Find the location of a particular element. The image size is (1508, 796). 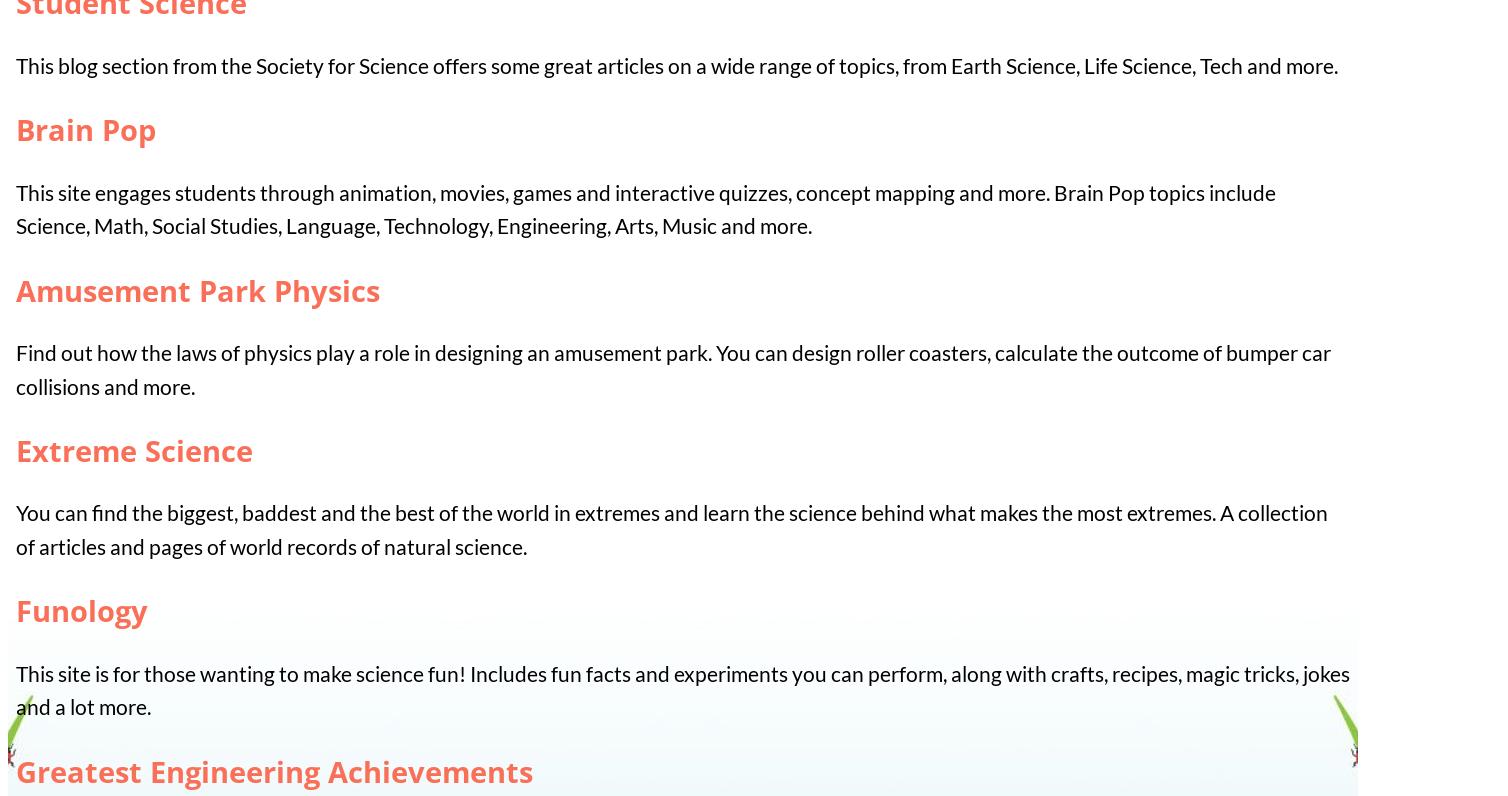

'Find out how the laws of physics play a role in designing an amusement park.  You can design roller coasters, calculate the outcome of bumper car collisions and more.' is located at coordinates (672, 368).